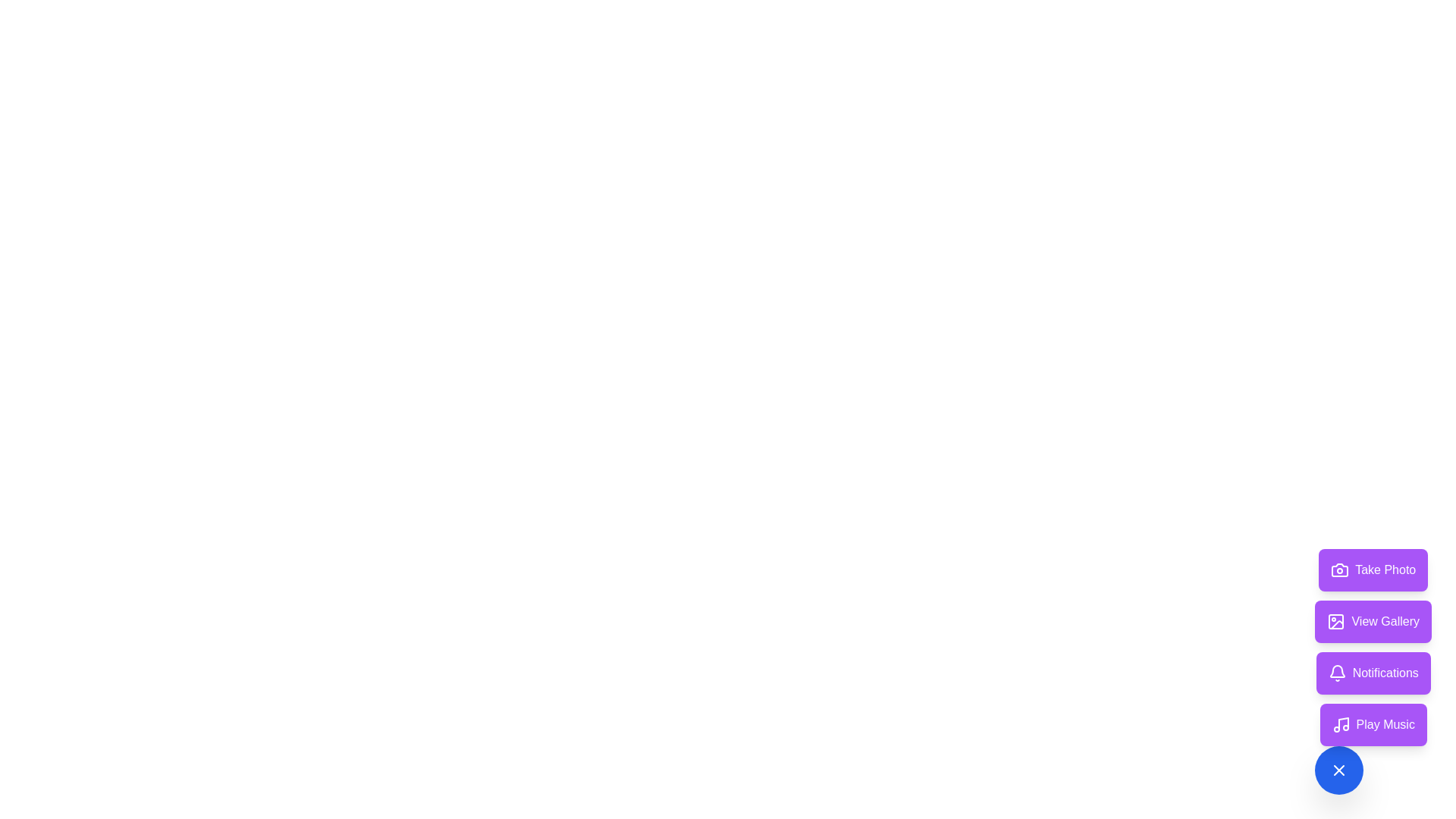 The width and height of the screenshot is (1456, 819). What do you see at coordinates (1373, 672) in the screenshot?
I see `the 'Notifications' button, which has a purple background and white text` at bounding box center [1373, 672].